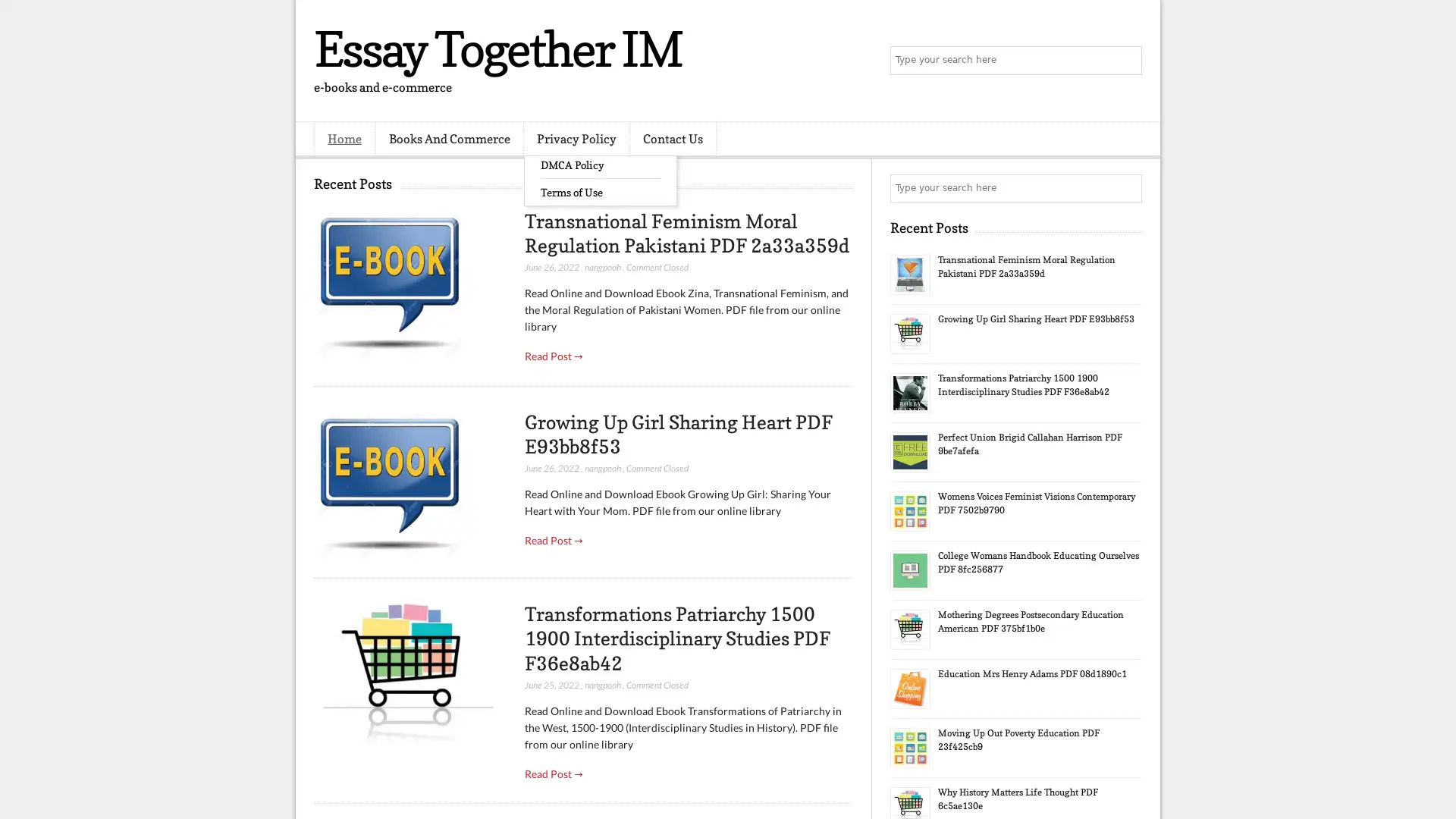  Describe the element at coordinates (1126, 188) in the screenshot. I see `Search` at that location.